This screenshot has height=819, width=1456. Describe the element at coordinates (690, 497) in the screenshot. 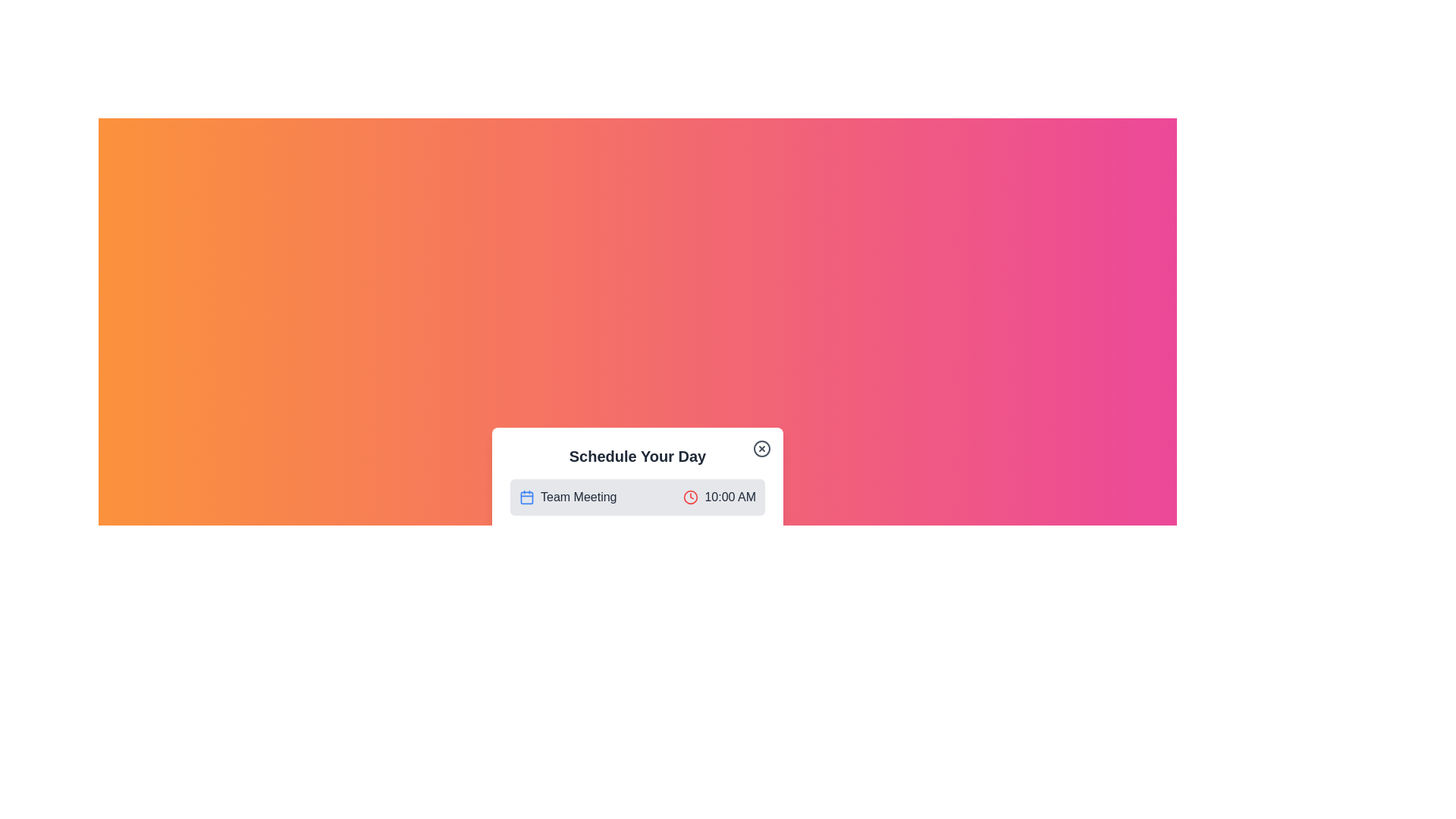

I see `the circular background of the clock icon located to the right of the 'Team Meeting' label and to the left of the '10:00 AM' text` at that location.